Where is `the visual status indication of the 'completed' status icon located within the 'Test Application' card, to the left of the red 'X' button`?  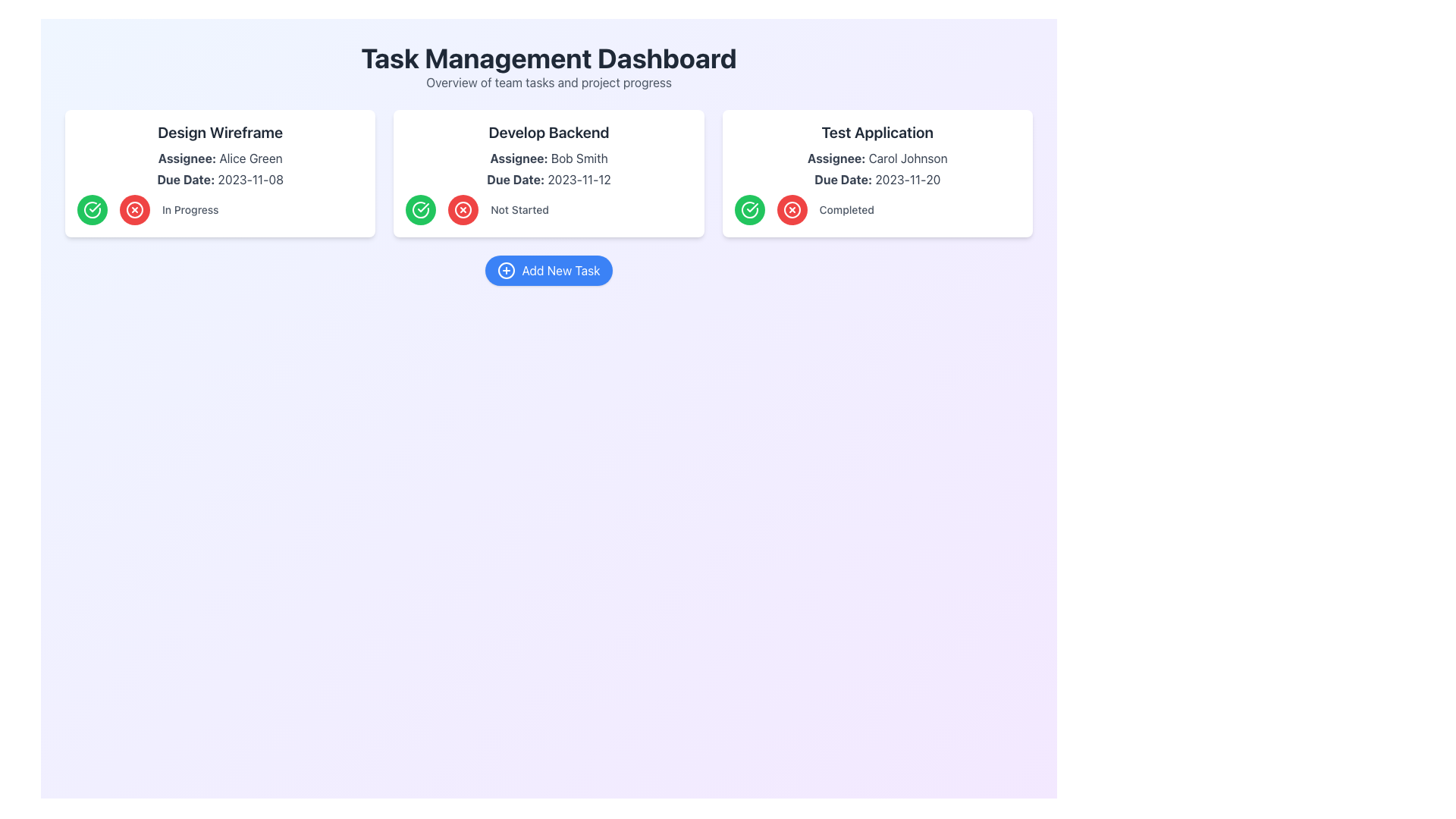 the visual status indication of the 'completed' status icon located within the 'Test Application' card, to the left of the red 'X' button is located at coordinates (749, 210).